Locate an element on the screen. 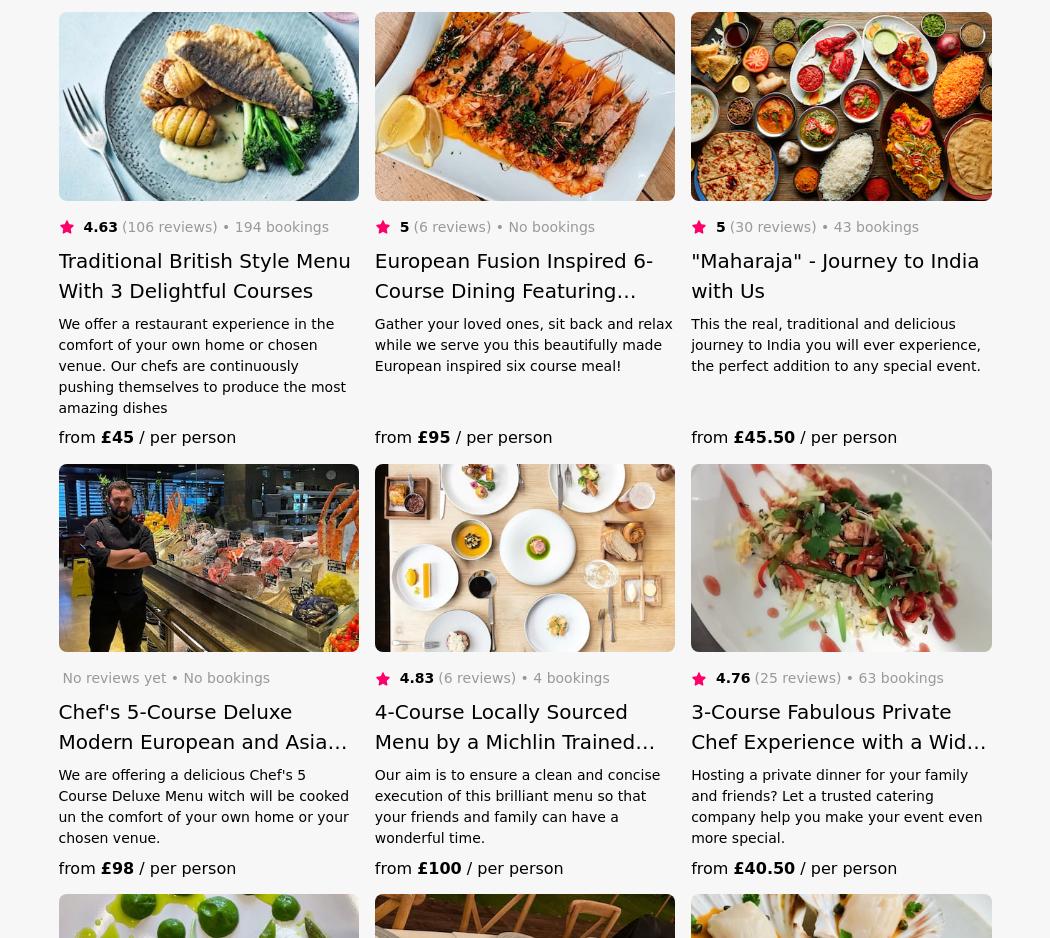  '£100' is located at coordinates (438, 867).